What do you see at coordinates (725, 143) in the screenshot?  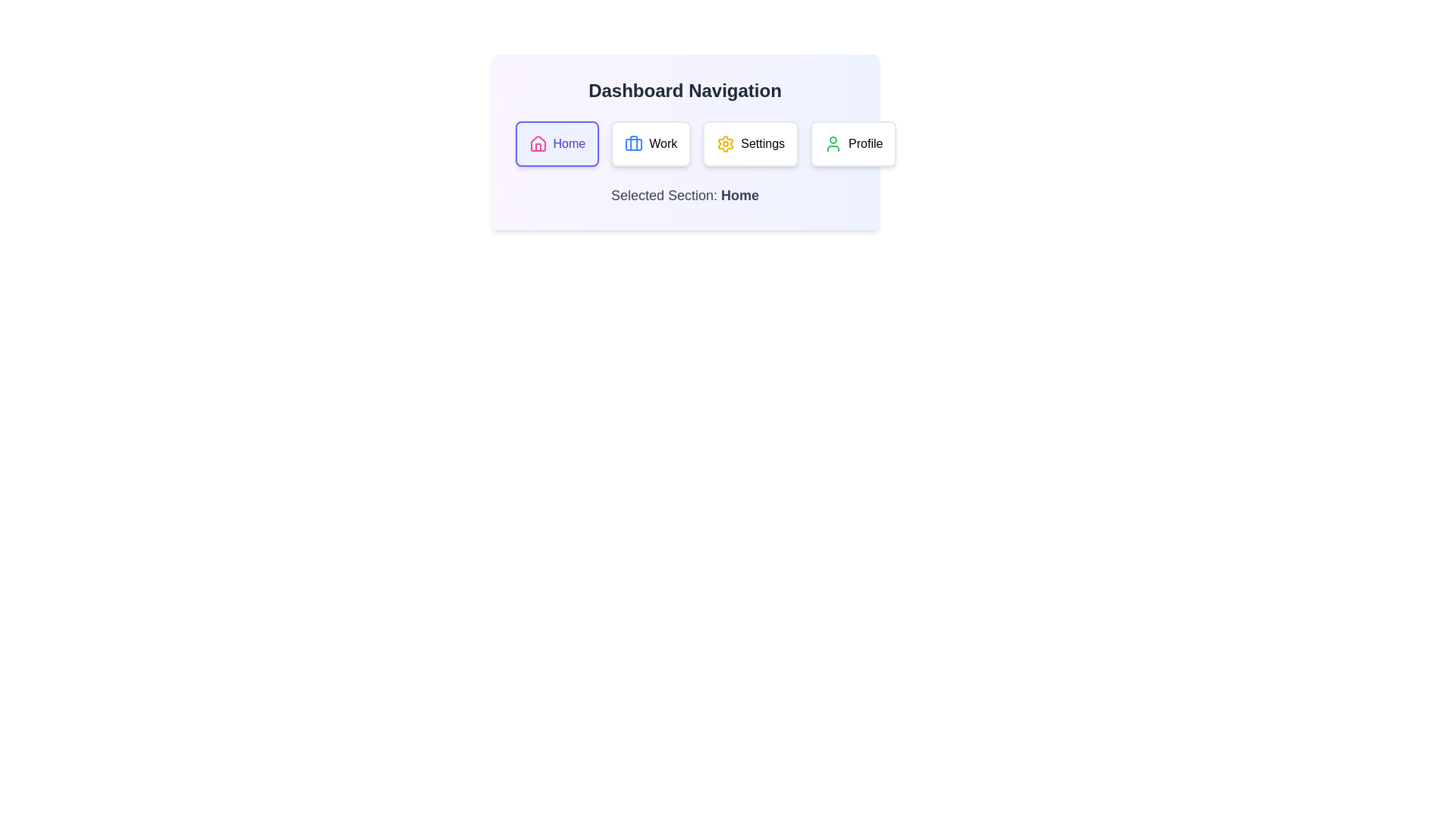 I see `the gear icon labeled 'Settings' located between the 'Work' and 'Profile' buttons in the navigation layout` at bounding box center [725, 143].